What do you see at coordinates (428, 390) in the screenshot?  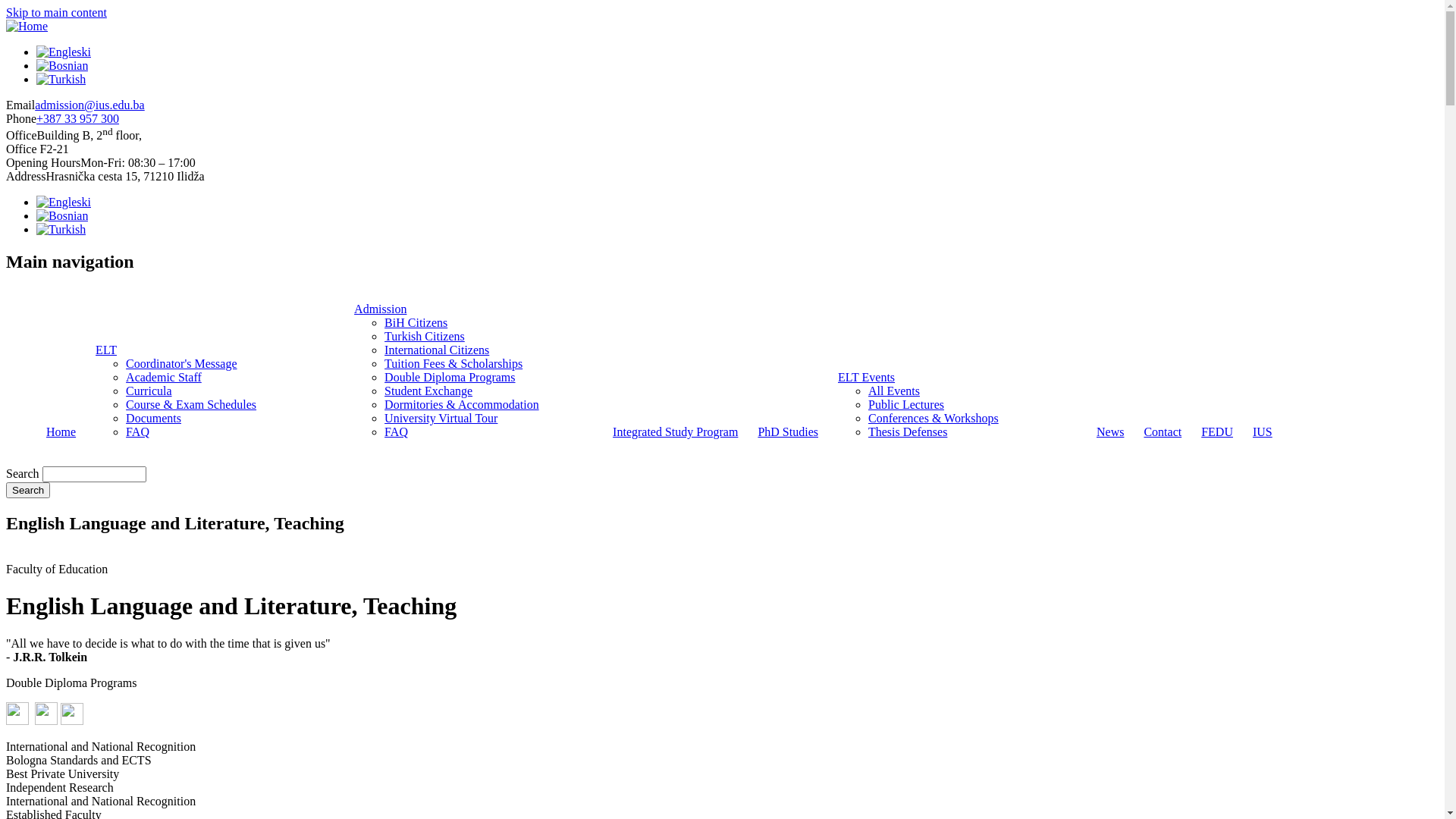 I see `'Student Exchange'` at bounding box center [428, 390].